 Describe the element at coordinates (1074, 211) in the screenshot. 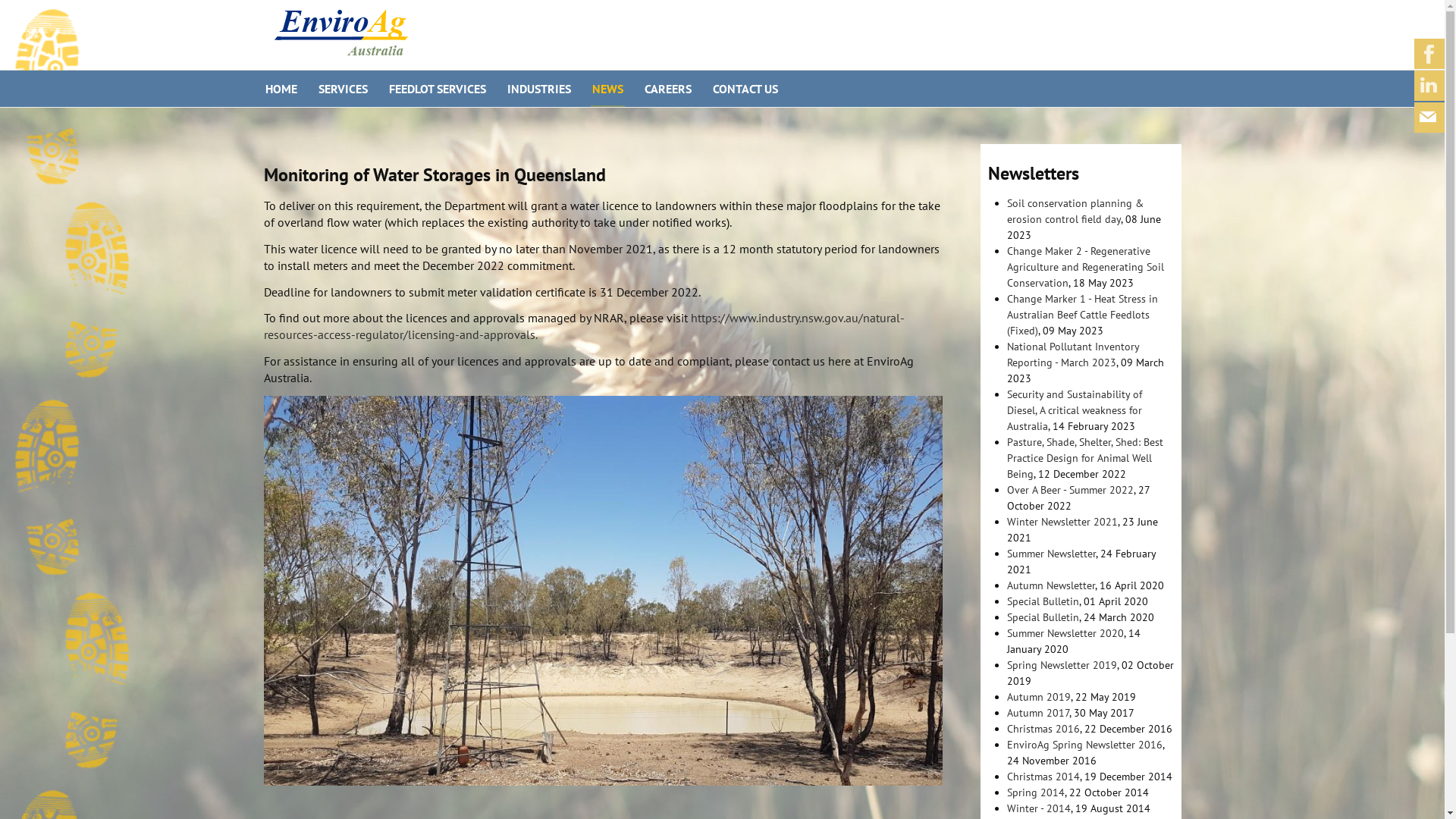

I see `'Soil conservation planning & erosion control field day'` at that location.